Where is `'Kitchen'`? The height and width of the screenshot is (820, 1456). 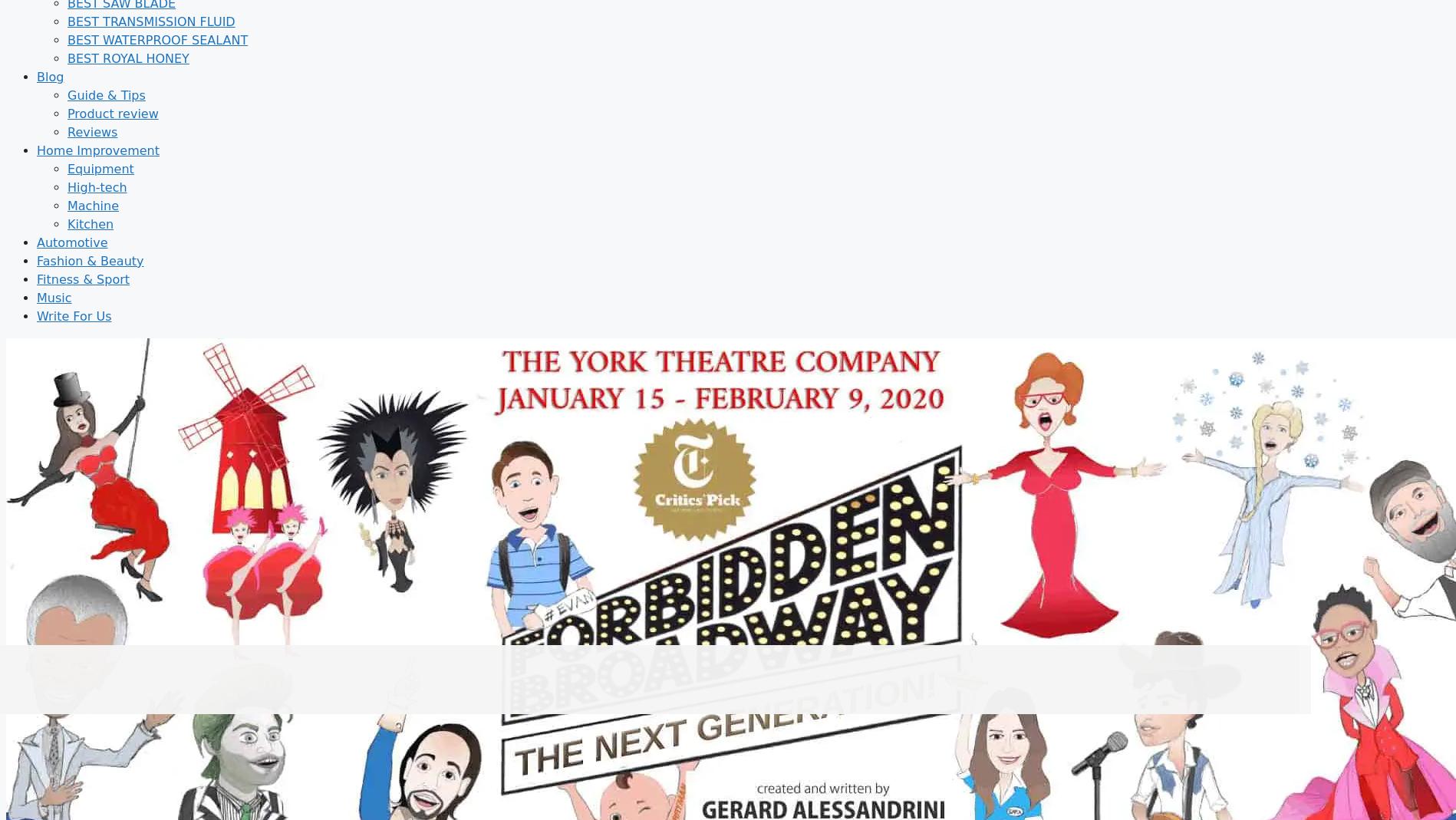 'Kitchen' is located at coordinates (91, 222).